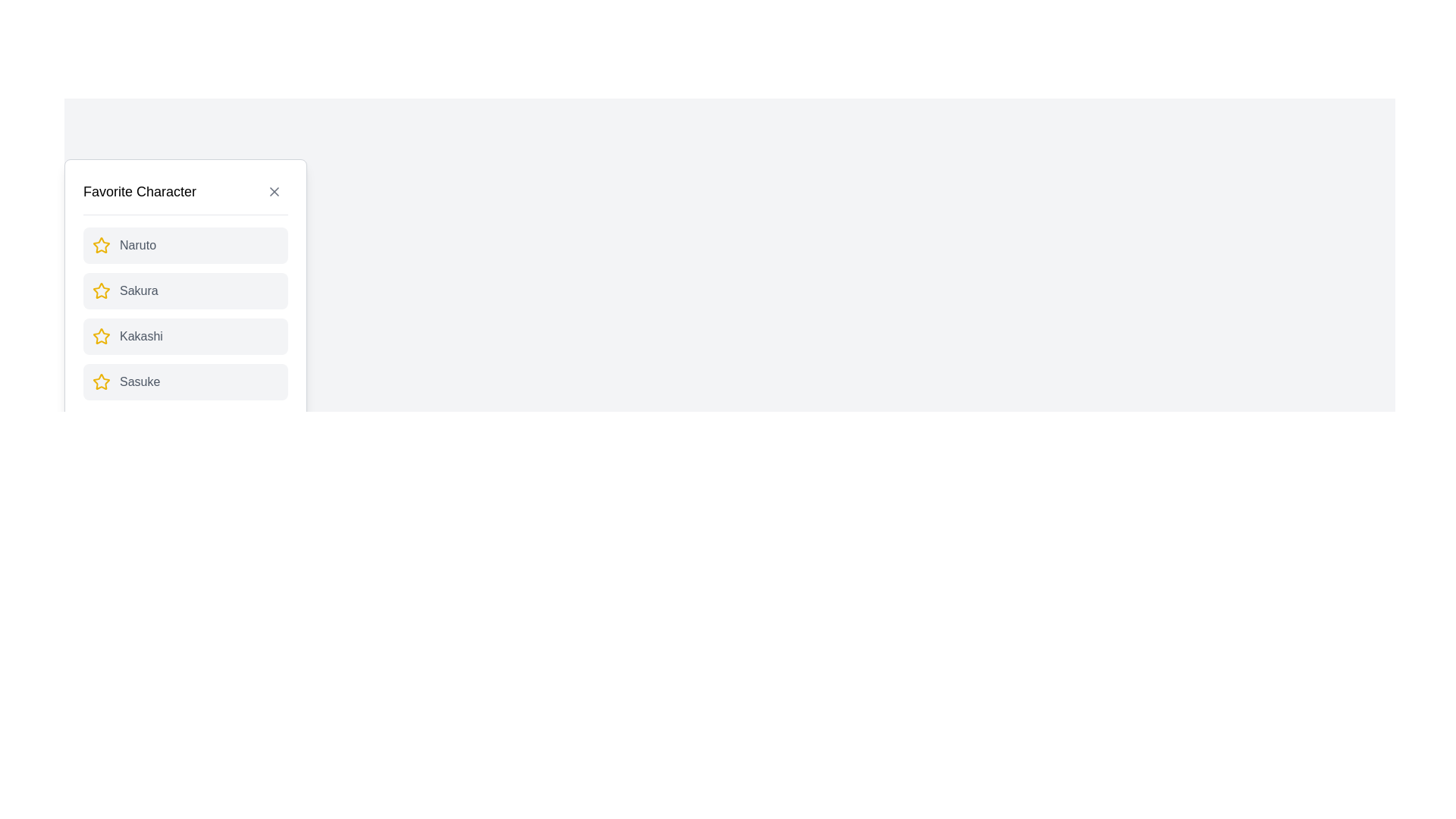 This screenshot has height=819, width=1456. Describe the element at coordinates (184, 312) in the screenshot. I see `the second item in the list of selectable items labeled 'Sakura' within the 'Favorite Character' modal` at that location.